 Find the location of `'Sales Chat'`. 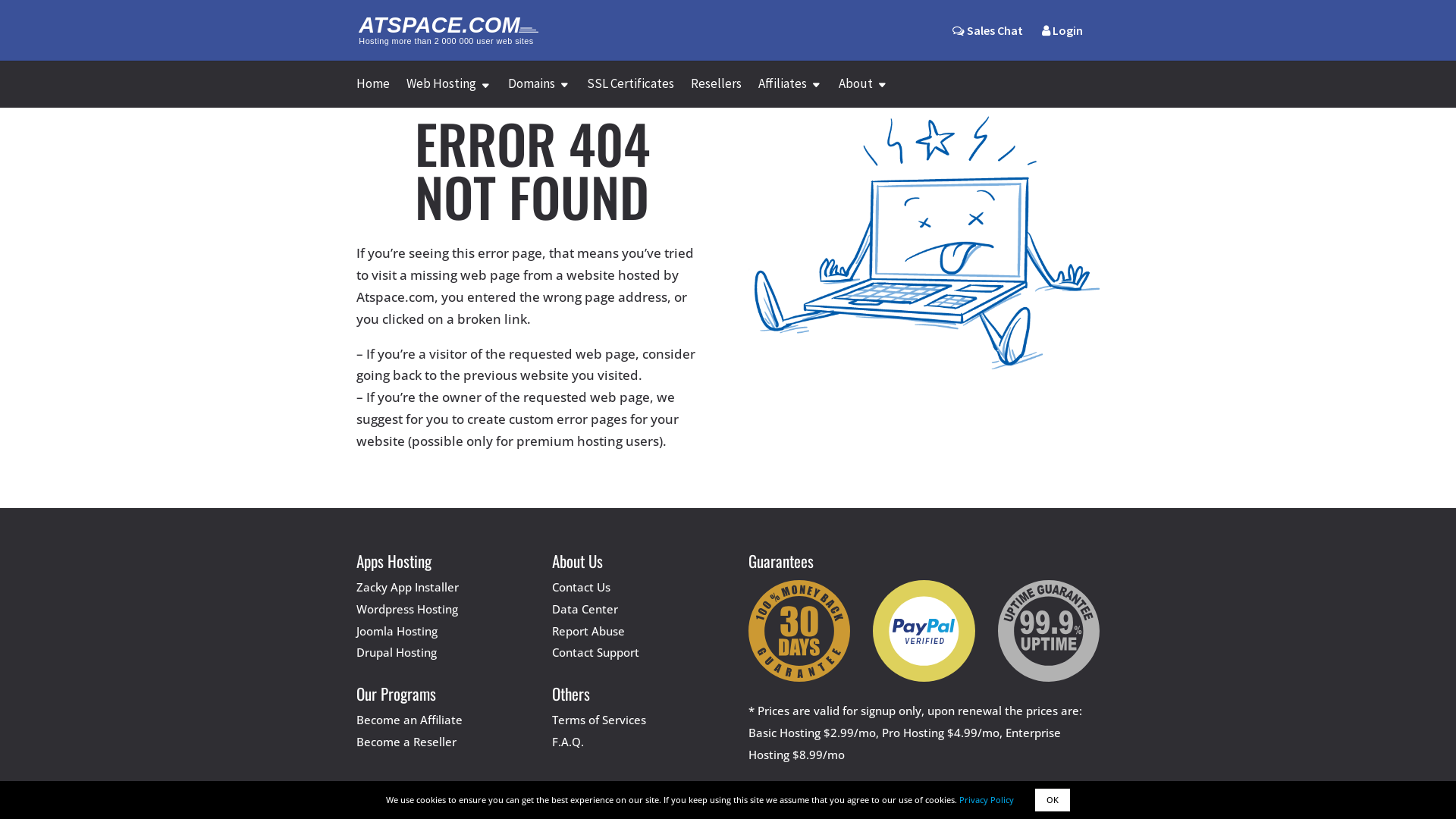

'Sales Chat' is located at coordinates (987, 42).